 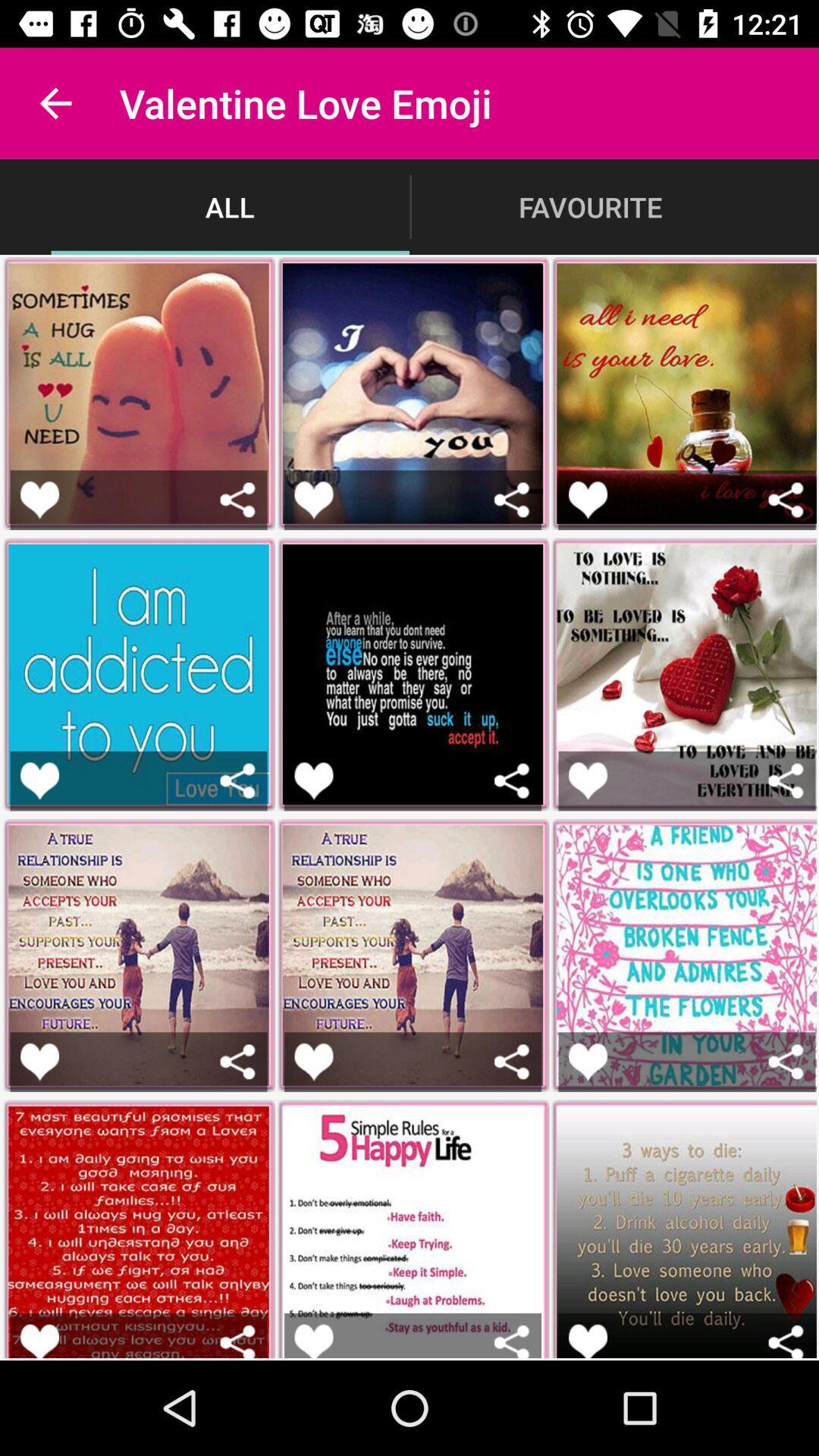 I want to click on like this image, so click(x=39, y=780).